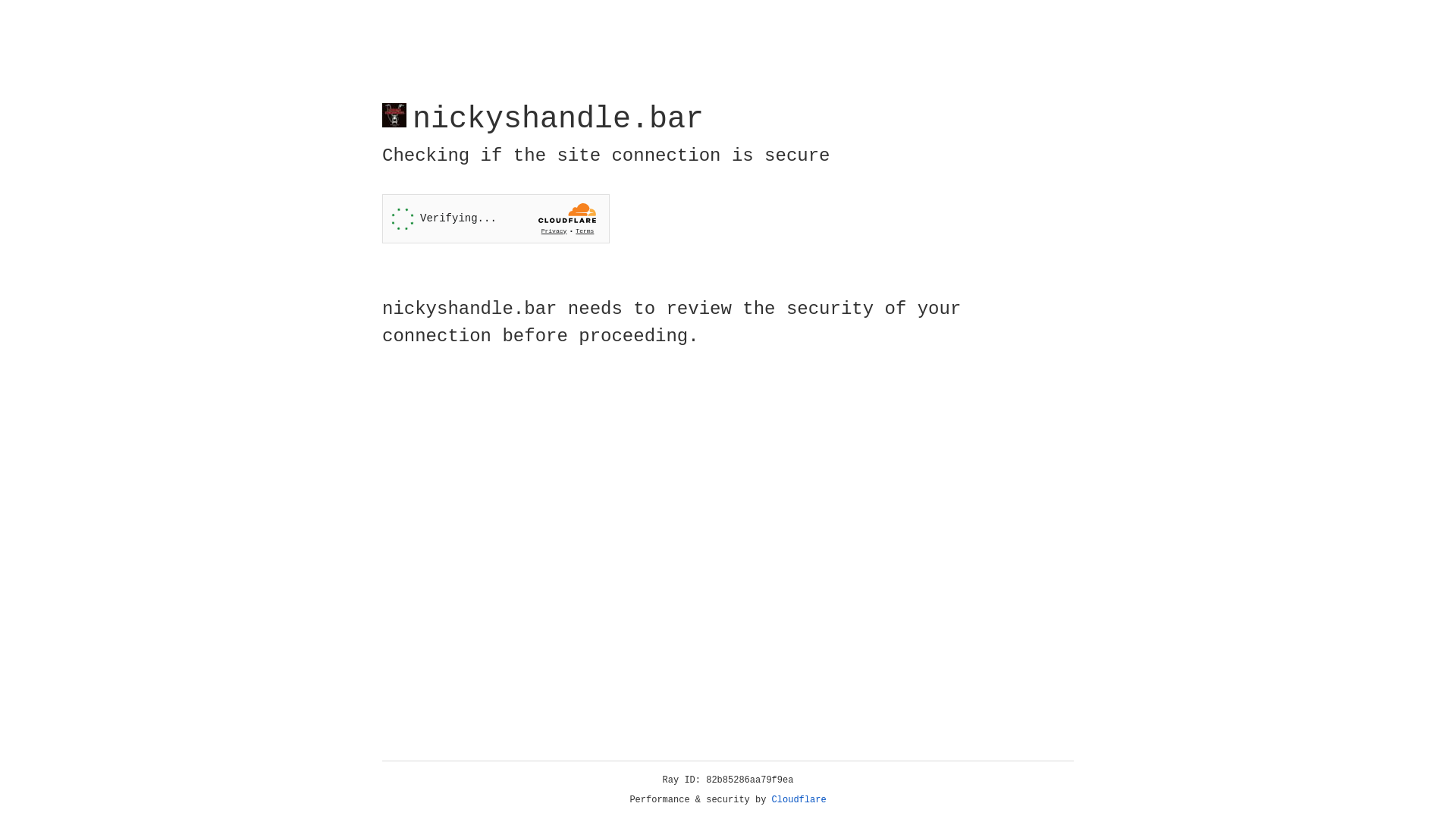  What do you see at coordinates (495, 218) in the screenshot?
I see `'Widget containing a Cloudflare security challenge'` at bounding box center [495, 218].